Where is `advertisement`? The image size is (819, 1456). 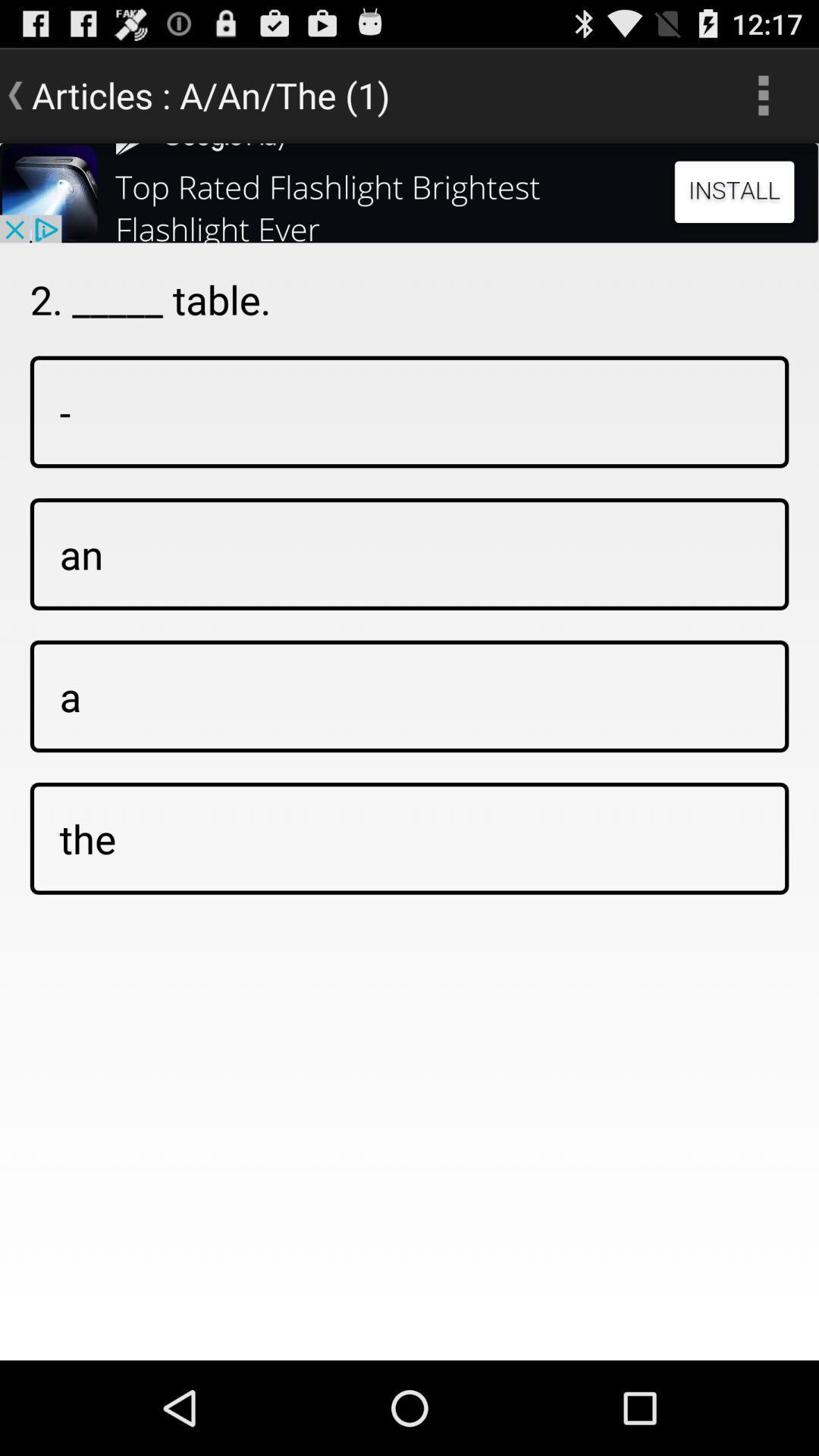 advertisement is located at coordinates (409, 192).